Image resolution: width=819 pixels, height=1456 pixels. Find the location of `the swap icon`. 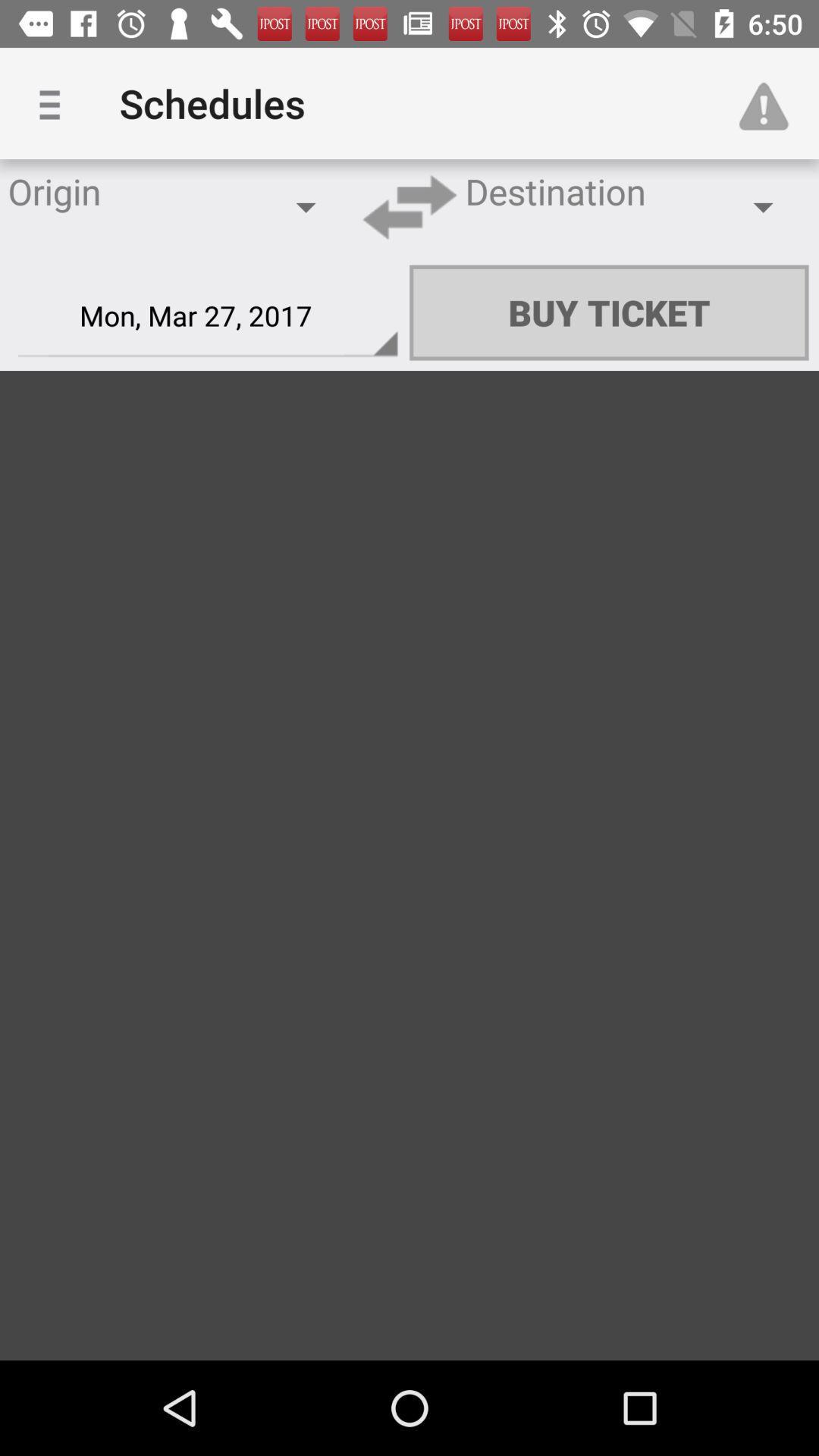

the swap icon is located at coordinates (409, 206).